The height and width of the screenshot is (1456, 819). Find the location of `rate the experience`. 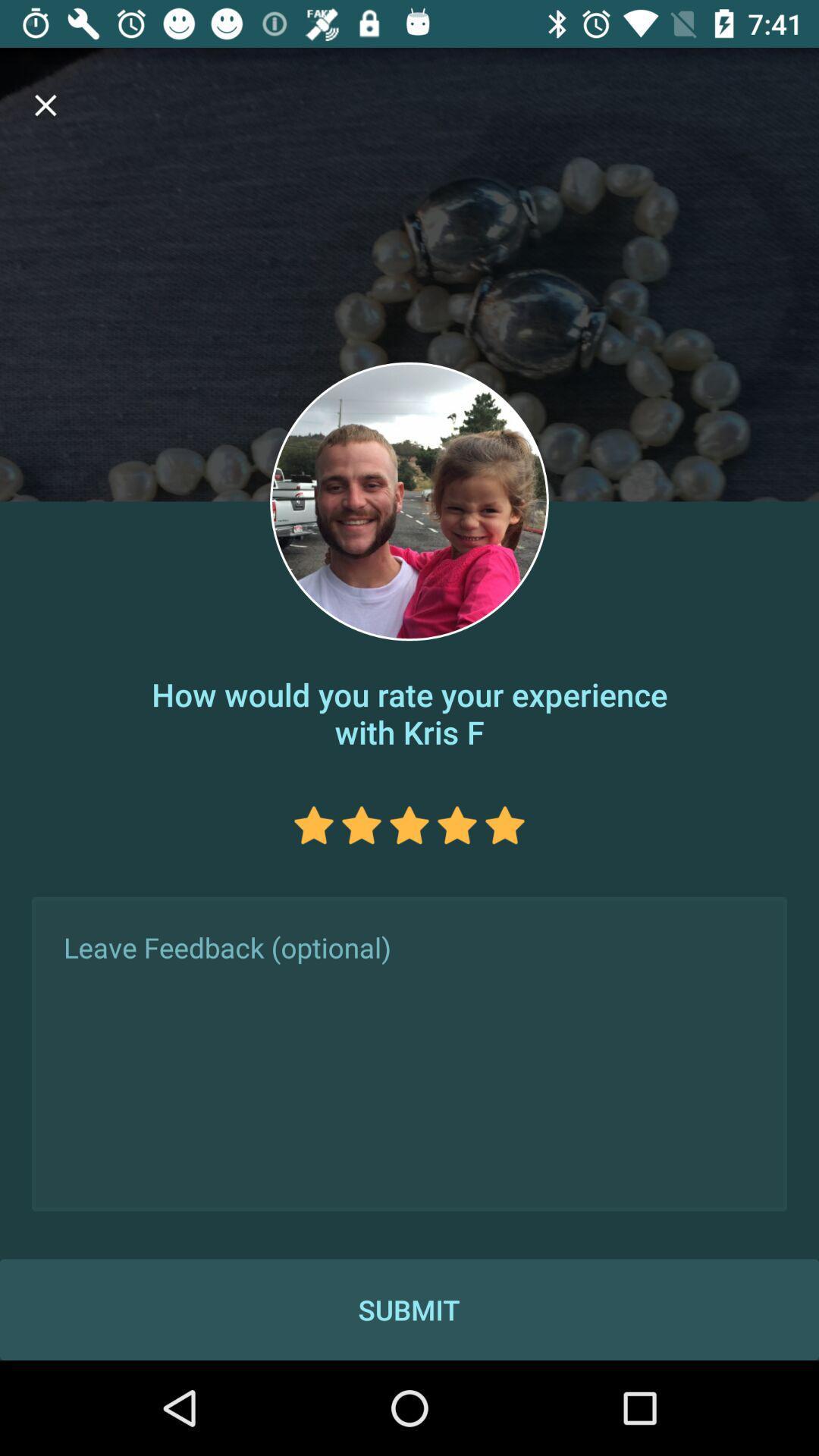

rate the experience is located at coordinates (456, 824).